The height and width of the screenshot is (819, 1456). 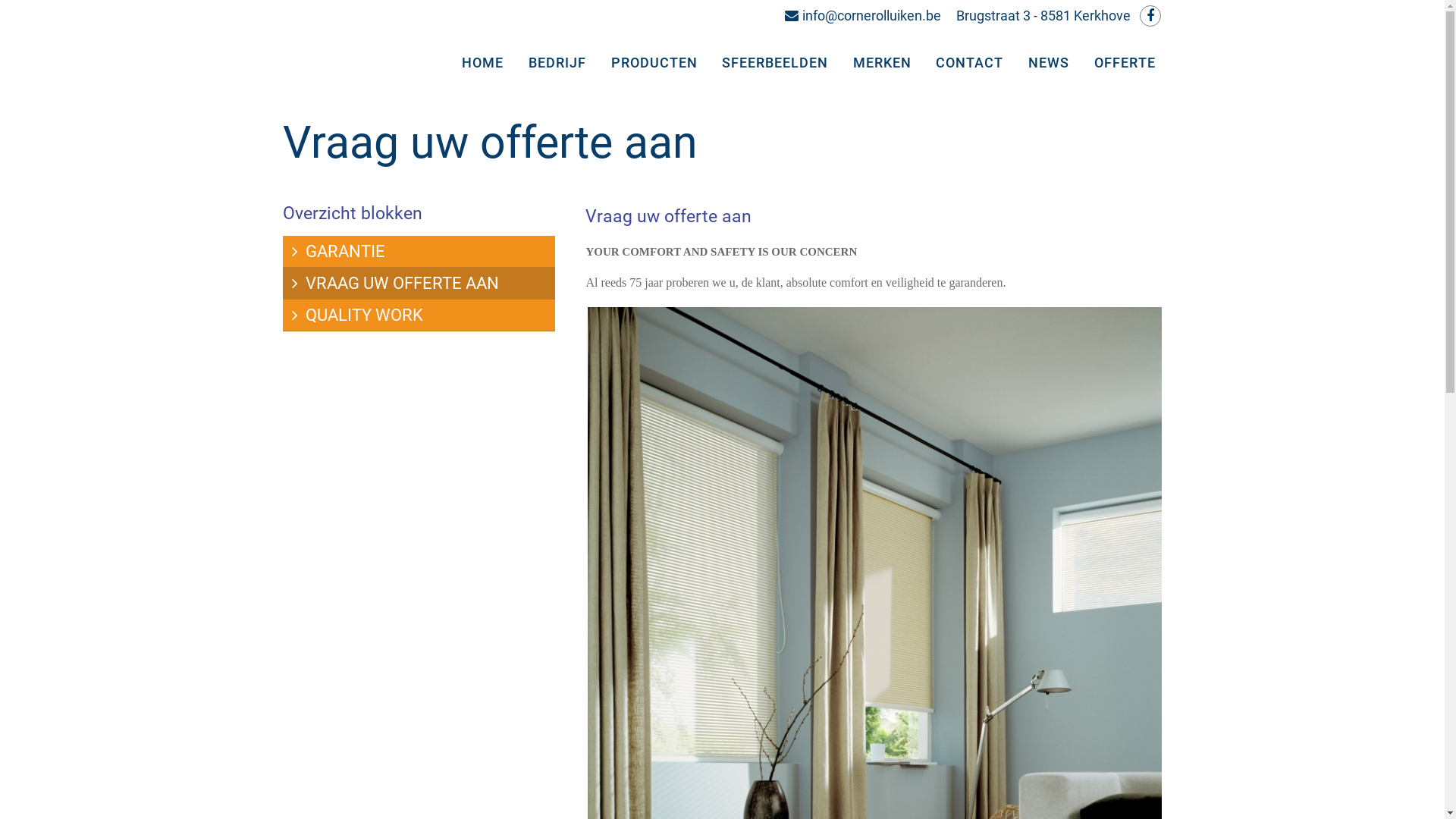 What do you see at coordinates (419, 284) in the screenshot?
I see `'VRAAG UW OFFERTE AAN'` at bounding box center [419, 284].